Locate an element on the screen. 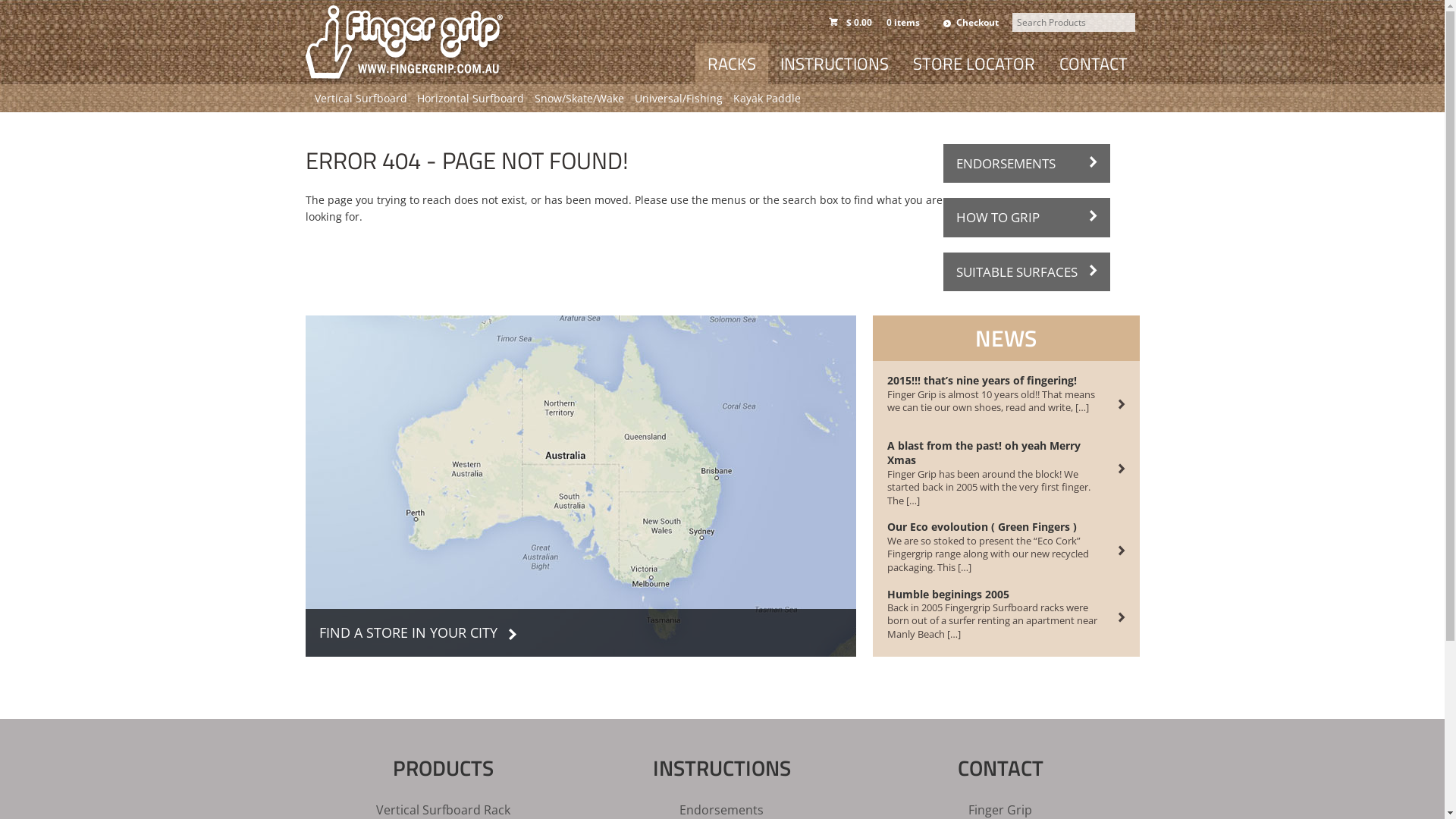 This screenshot has width=1456, height=819. 'Vertical Surfboard' is located at coordinates (359, 99).